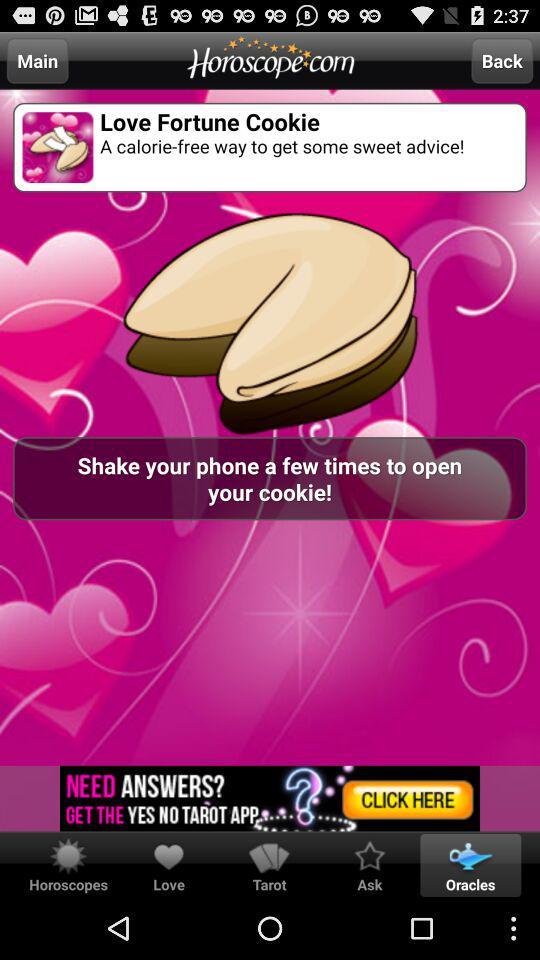 The height and width of the screenshot is (960, 540). I want to click on more information about an advertisement, so click(270, 798).